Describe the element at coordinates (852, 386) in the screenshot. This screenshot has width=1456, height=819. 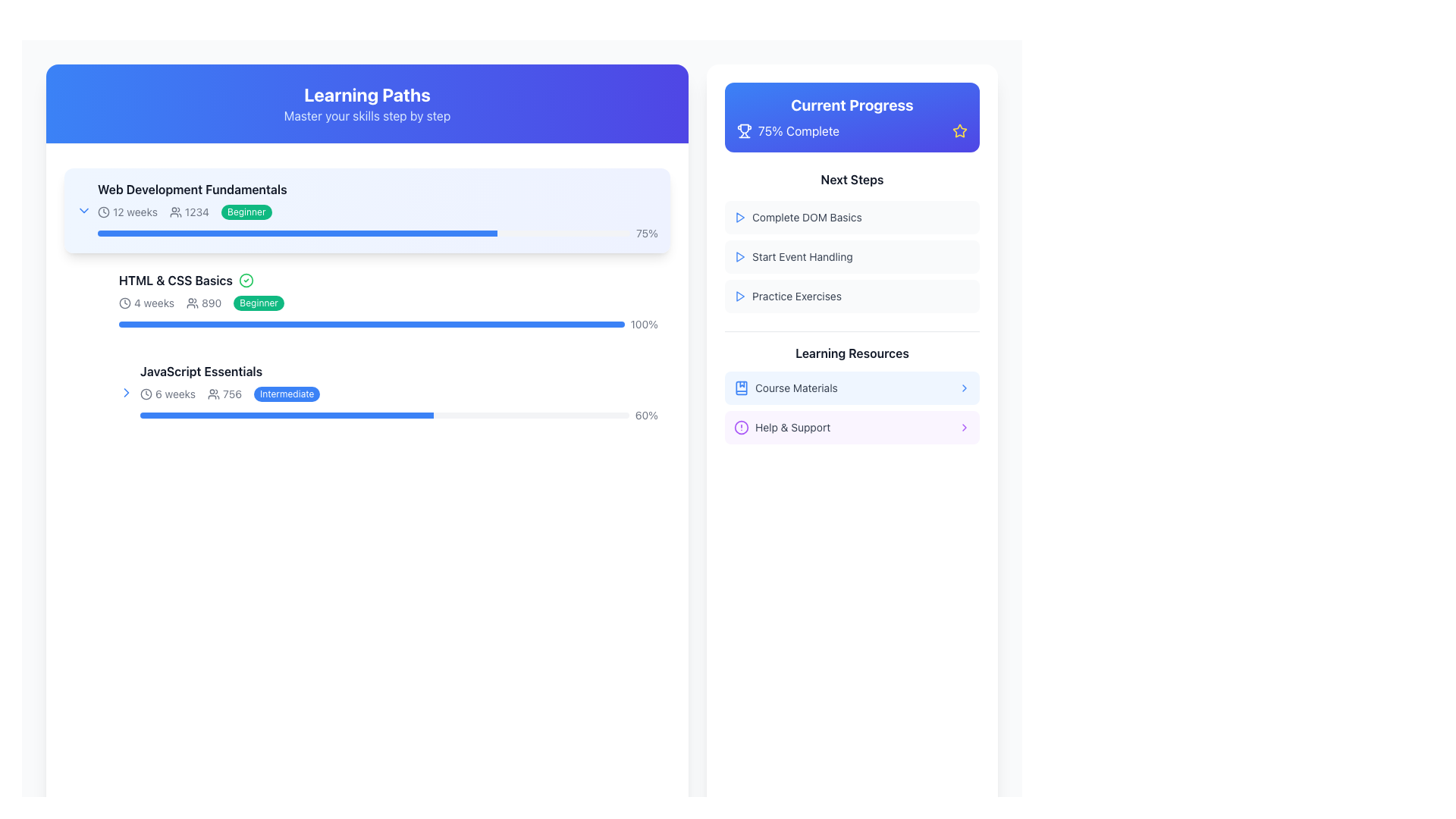
I see `the 'Learning Resources' navigation menu` at that location.